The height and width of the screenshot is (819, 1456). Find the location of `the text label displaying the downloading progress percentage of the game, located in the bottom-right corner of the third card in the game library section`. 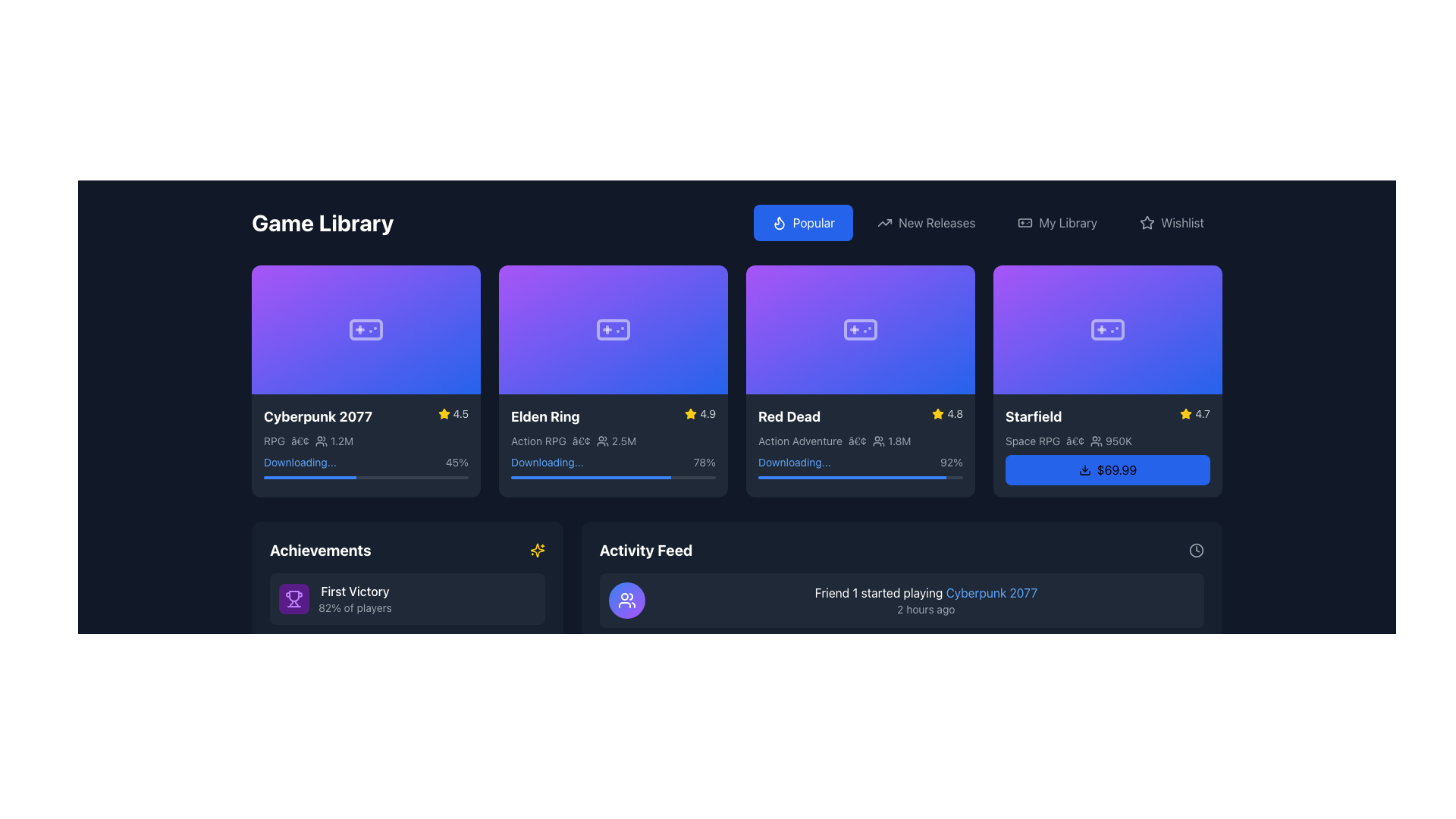

the text label displaying the downloading progress percentage of the game, located in the bottom-right corner of the third card in the game library section is located at coordinates (951, 461).